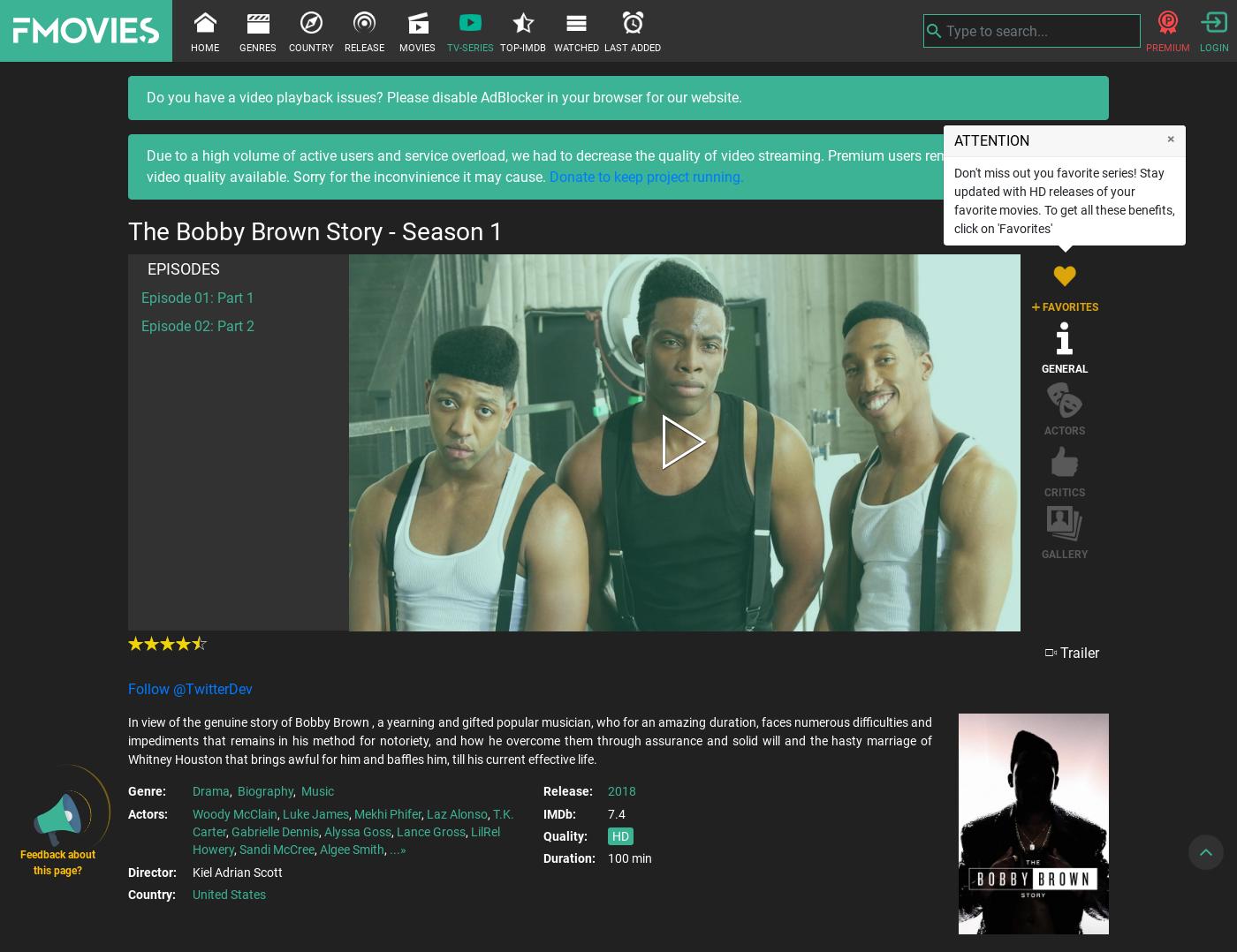 Image resolution: width=1237 pixels, height=952 pixels. I want to click on 'The Bobby Brown Story - Season 1', so click(315, 230).